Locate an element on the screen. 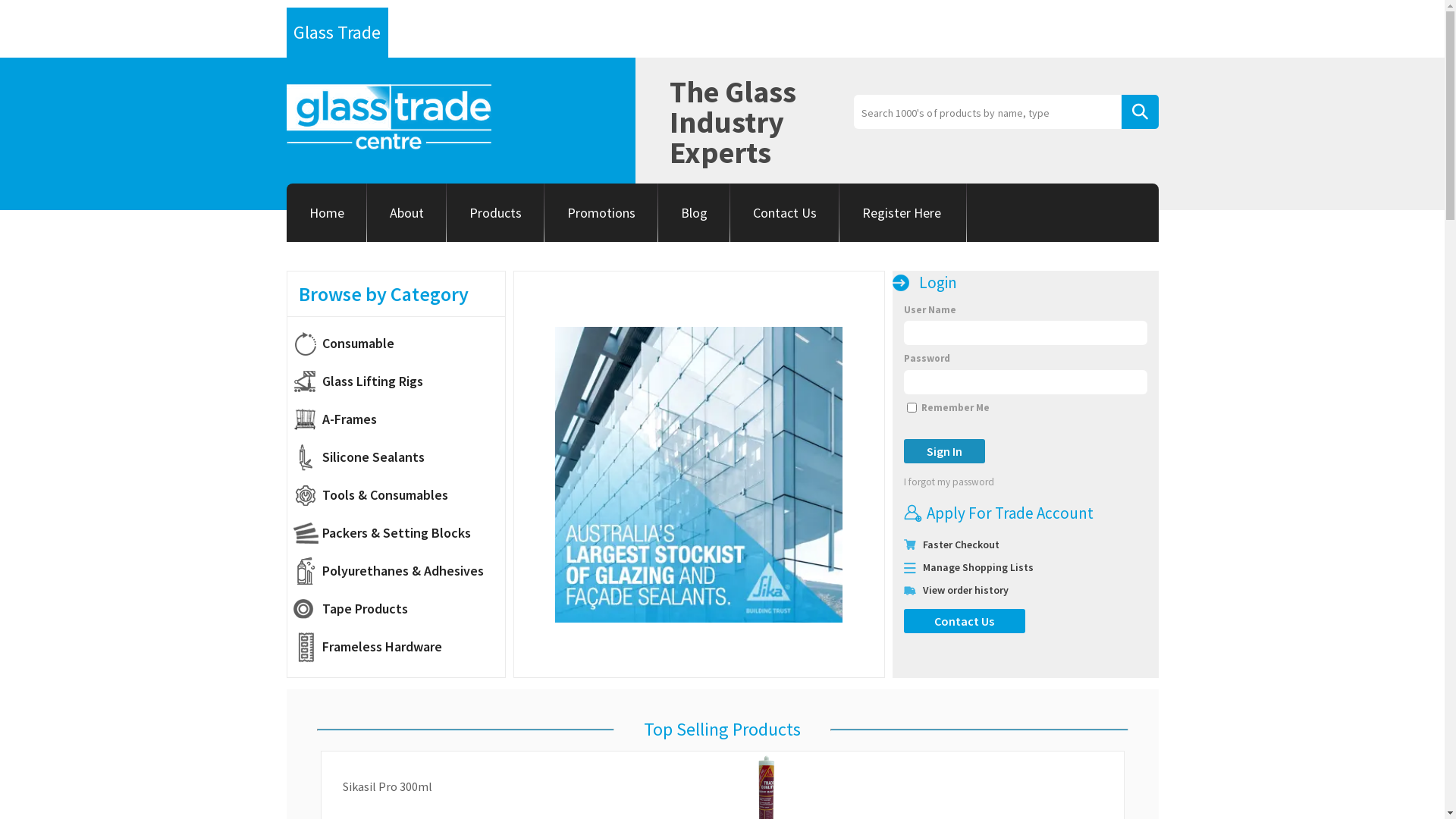  'Packers & Setting Blocks' is located at coordinates (398, 532).